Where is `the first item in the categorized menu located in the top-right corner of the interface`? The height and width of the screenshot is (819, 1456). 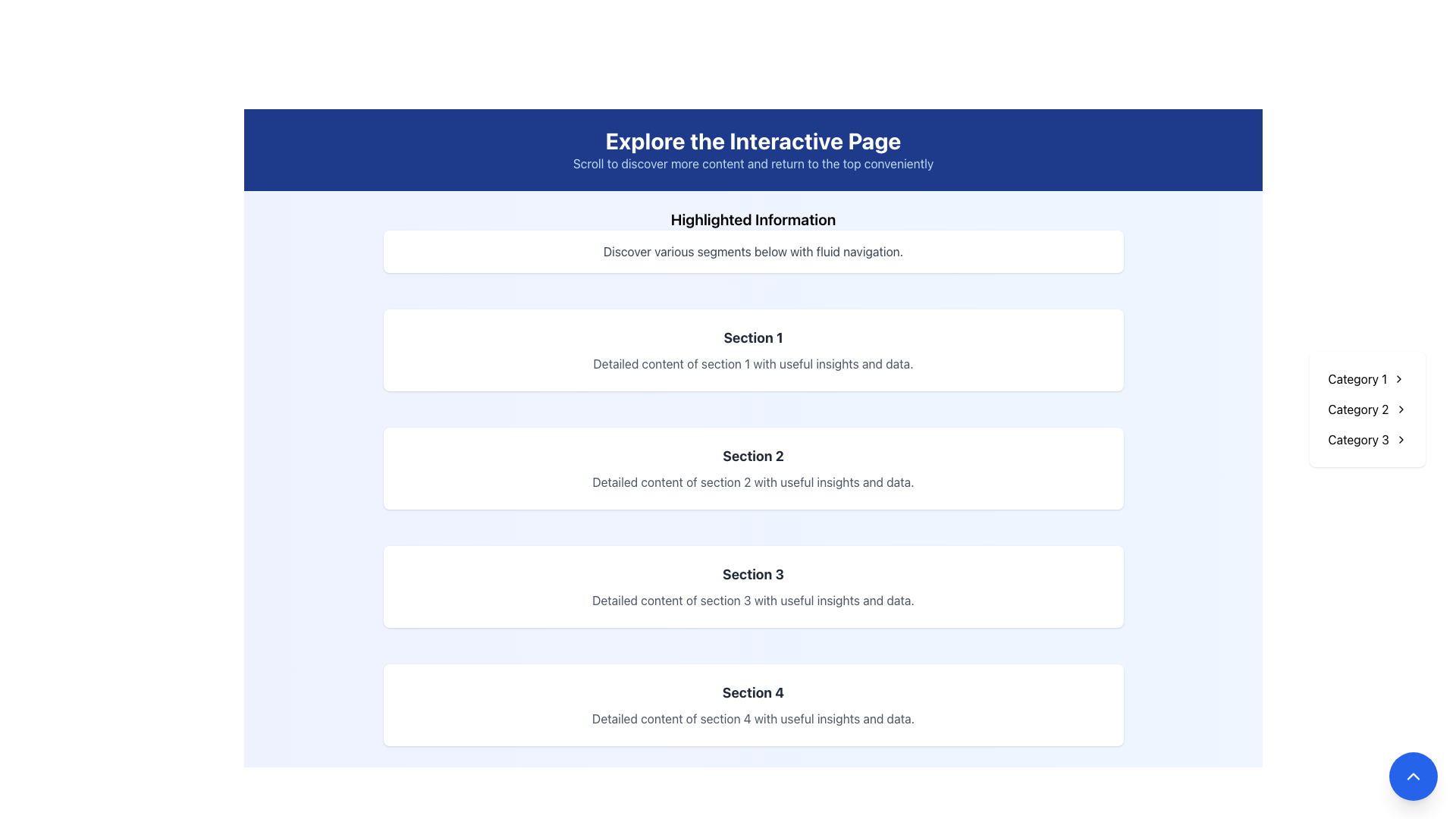
the first item in the categorized menu located in the top-right corner of the interface is located at coordinates (1357, 378).